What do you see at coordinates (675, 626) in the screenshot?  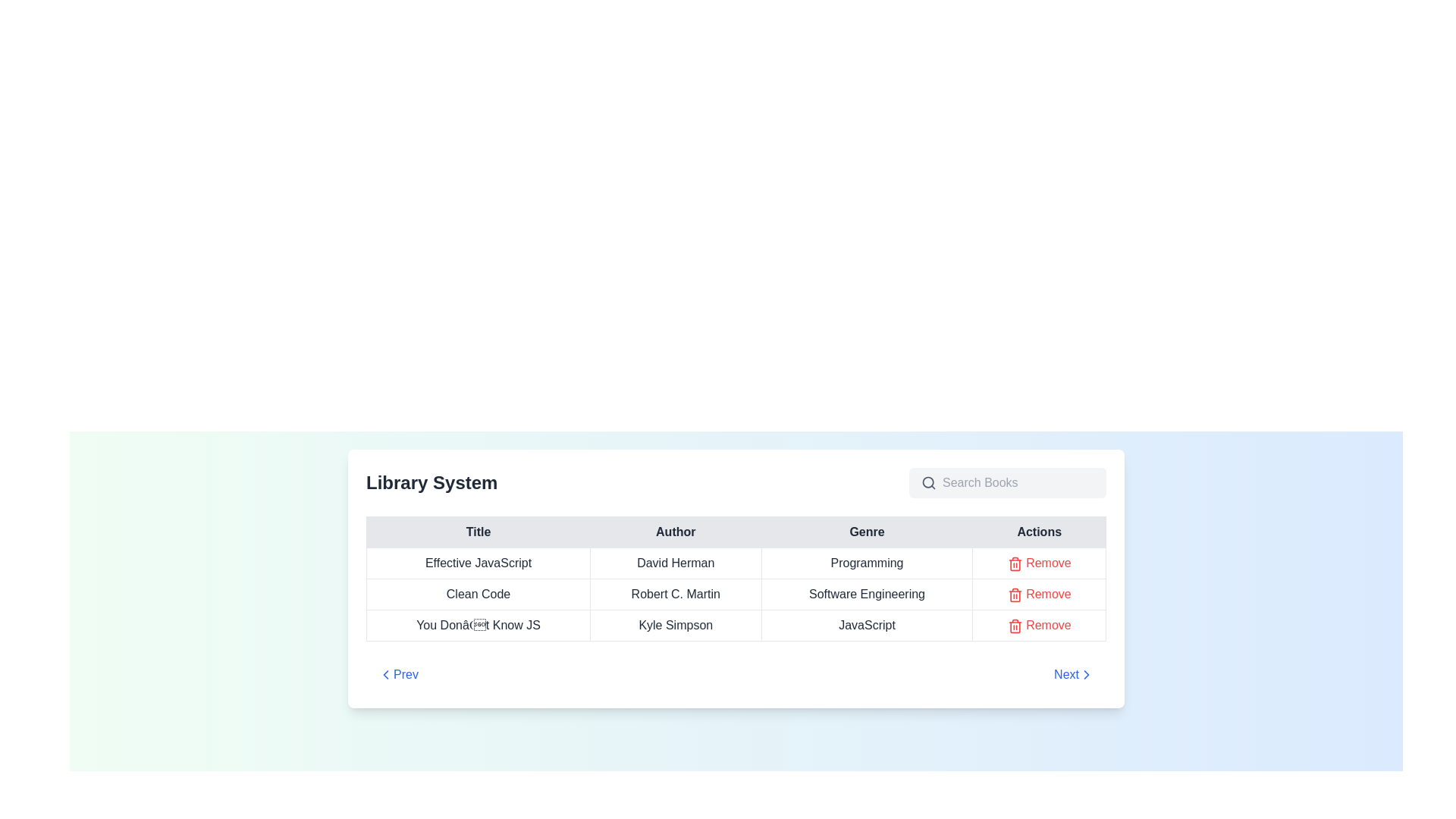 I see `the text label displaying 'Kyle Simpson' located in the second column under the 'Author' header, corresponding to the book 'You Don’t Know JS'` at bounding box center [675, 626].